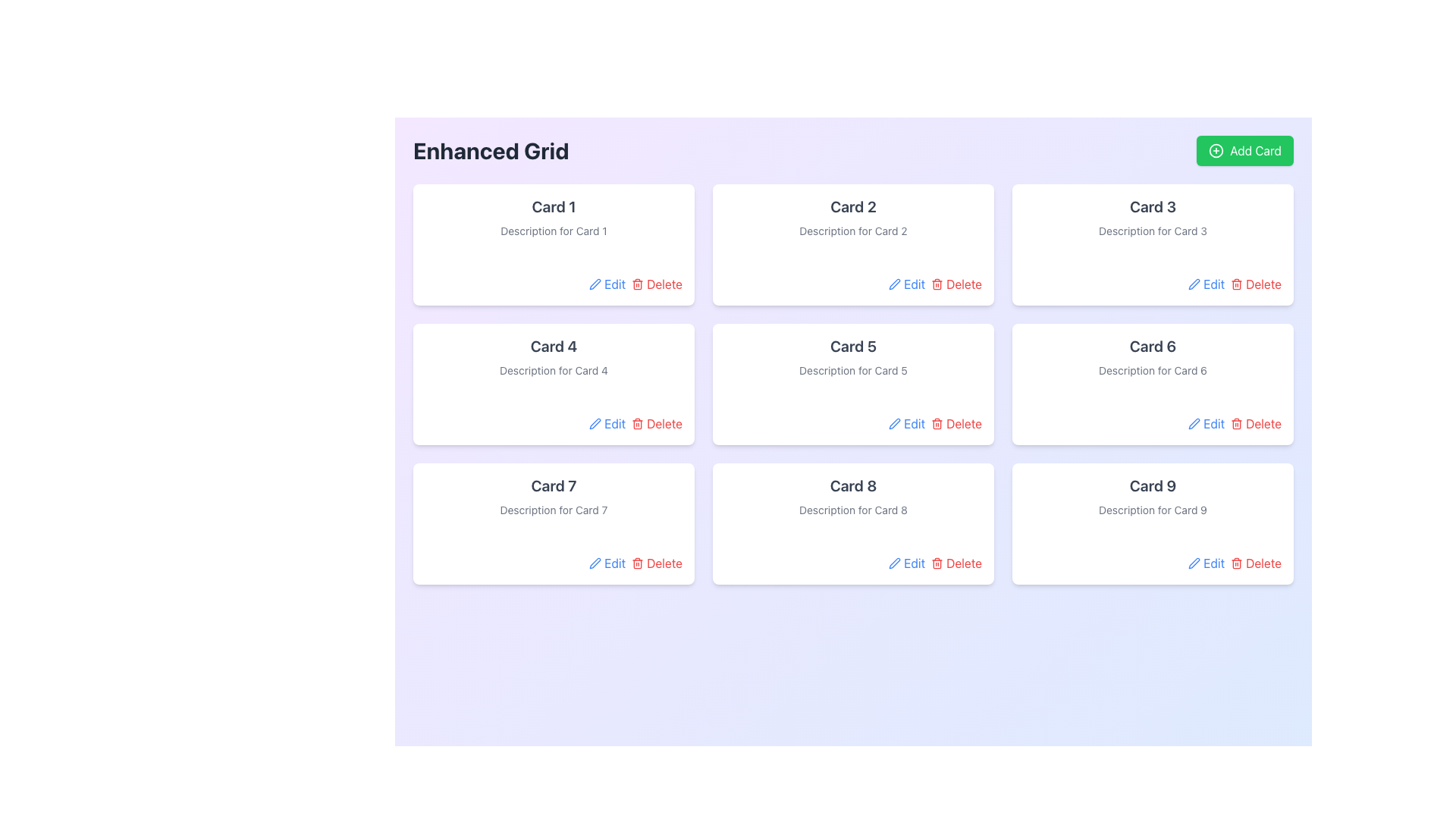 This screenshot has width=1456, height=819. What do you see at coordinates (553, 371) in the screenshot?
I see `the text label displaying 'Description for Card 4' located below the title 'Card 4' in the card interface` at bounding box center [553, 371].